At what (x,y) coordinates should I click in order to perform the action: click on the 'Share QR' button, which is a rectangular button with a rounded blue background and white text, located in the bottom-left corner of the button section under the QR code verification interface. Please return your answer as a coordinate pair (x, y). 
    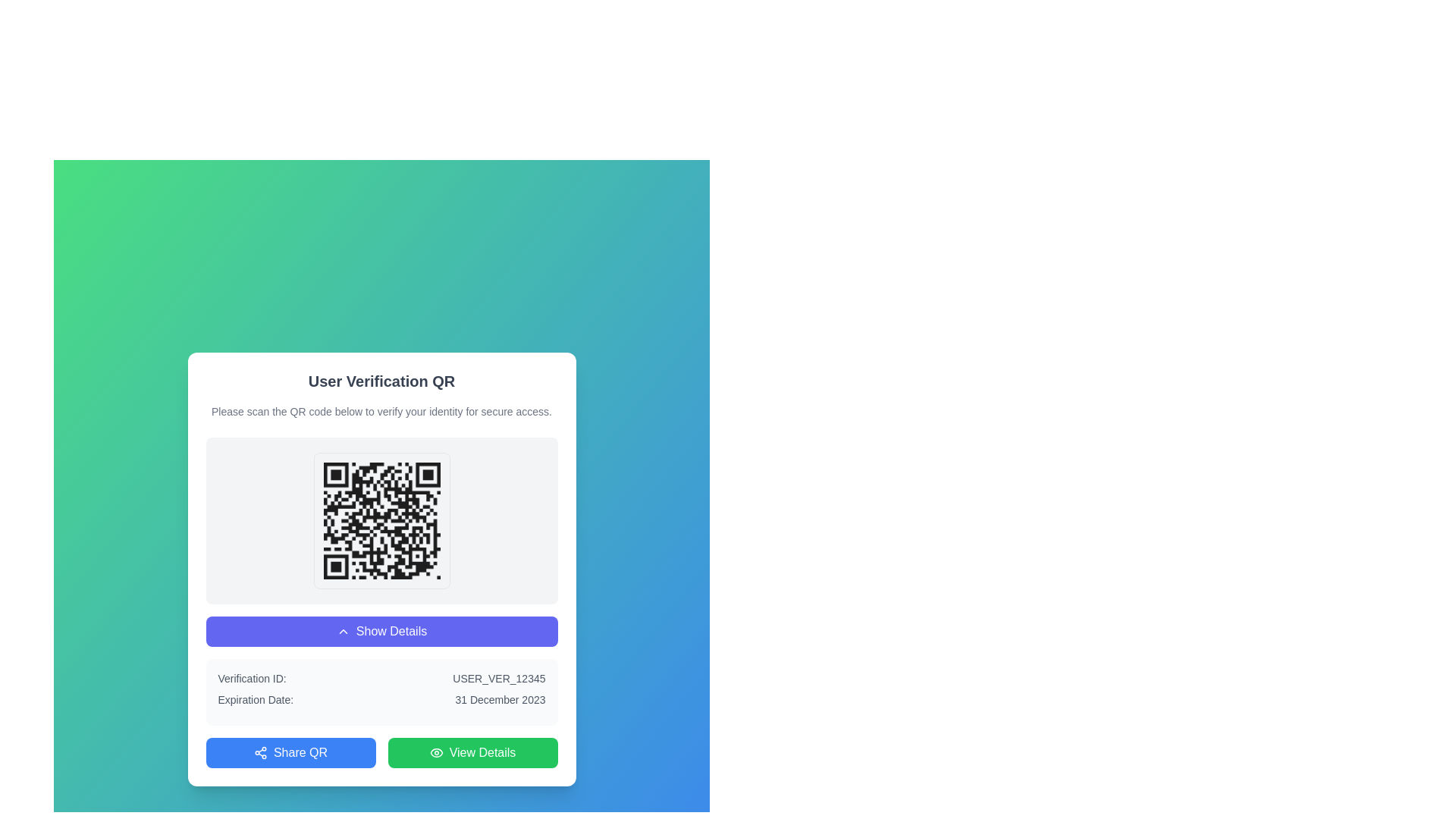
    Looking at the image, I should click on (290, 752).